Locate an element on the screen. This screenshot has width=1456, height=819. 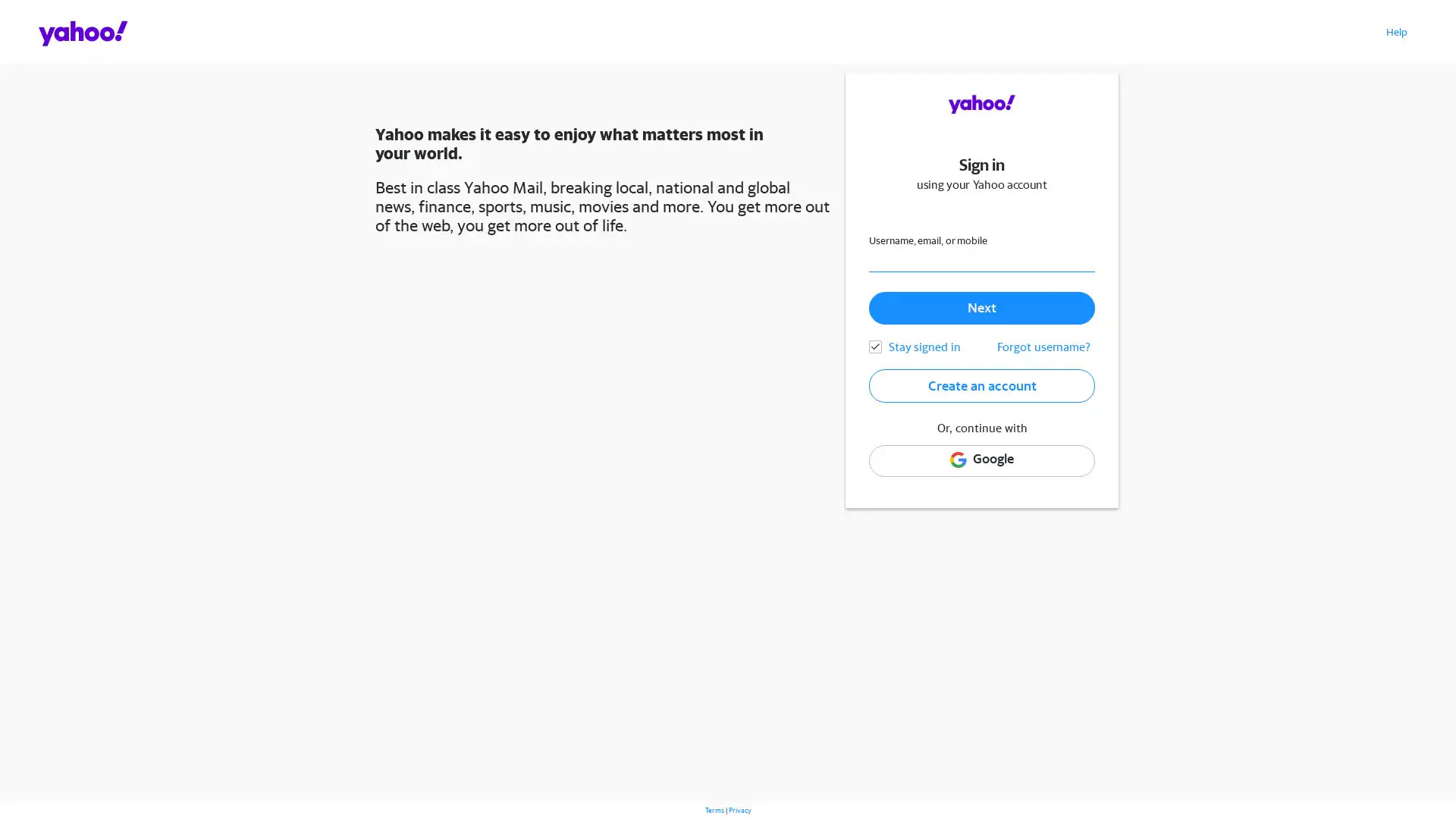
Create an account is located at coordinates (981, 384).